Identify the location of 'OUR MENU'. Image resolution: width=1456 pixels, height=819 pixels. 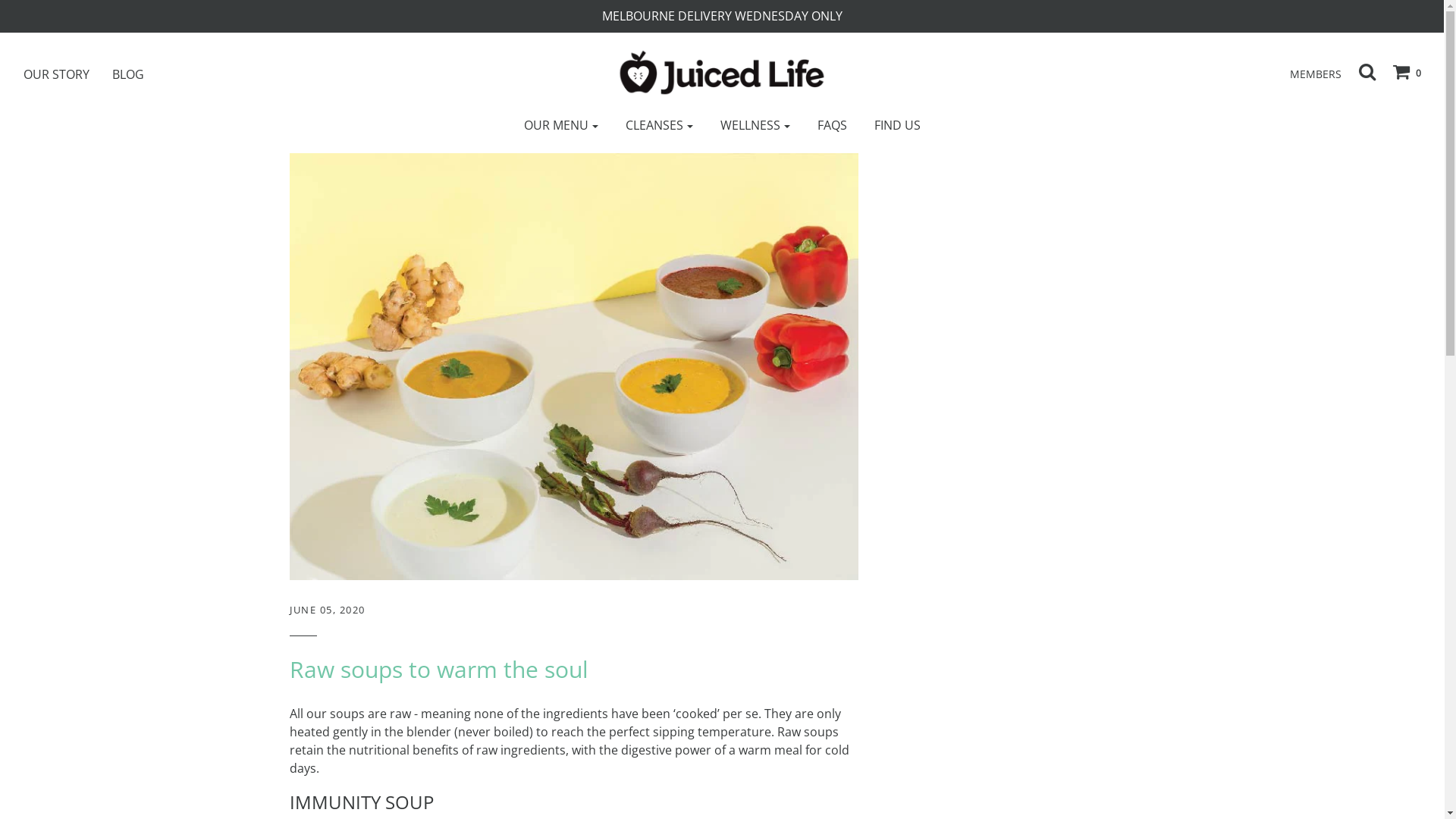
(513, 124).